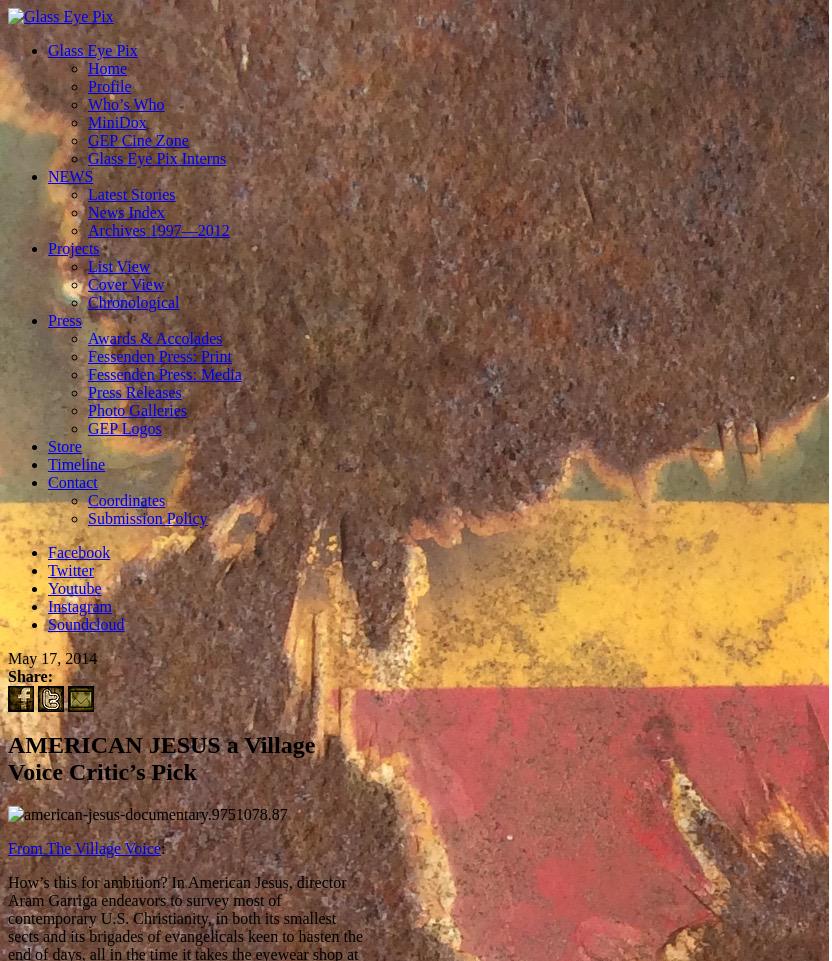 The width and height of the screenshot is (832, 961). What do you see at coordinates (158, 847) in the screenshot?
I see `':'` at bounding box center [158, 847].